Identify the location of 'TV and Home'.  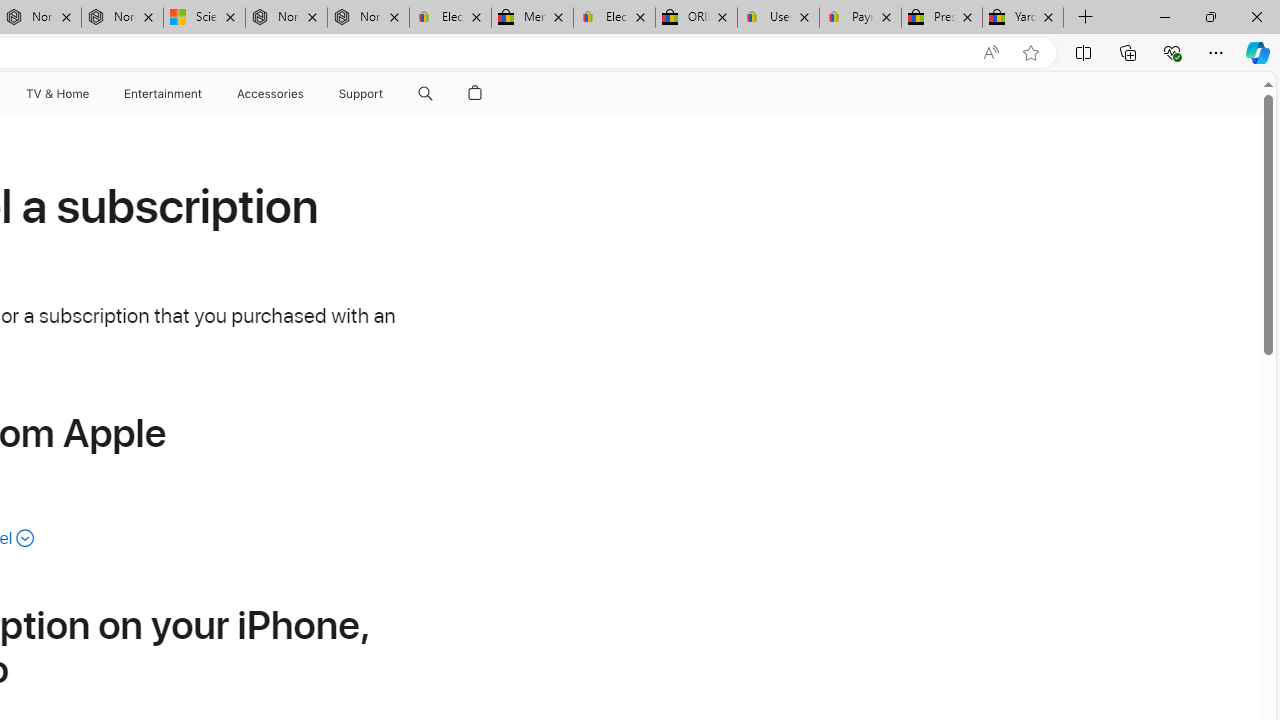
(56, 93).